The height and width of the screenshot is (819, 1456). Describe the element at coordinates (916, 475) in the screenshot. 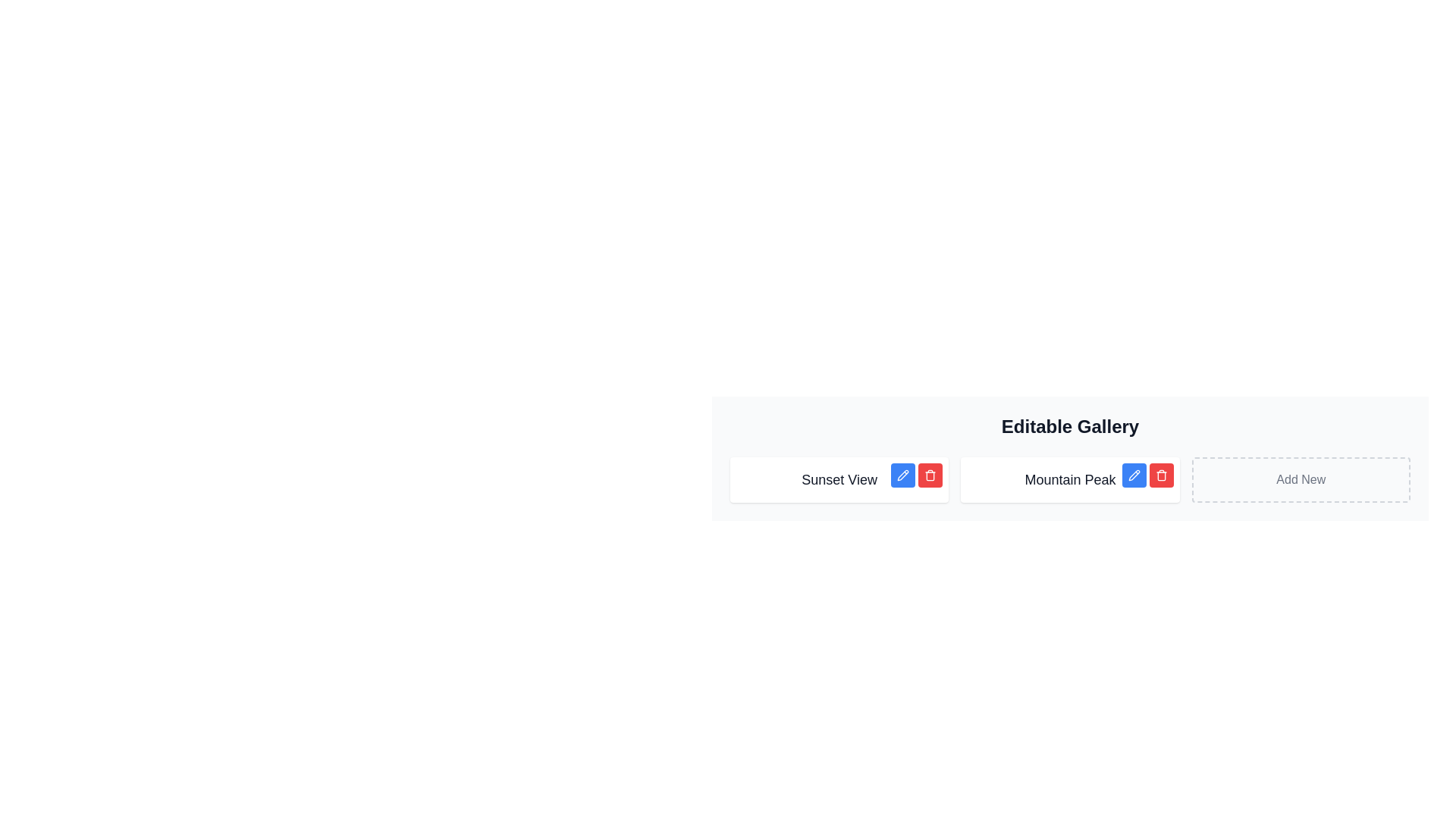

I see `the red trash button located in the button group` at that location.